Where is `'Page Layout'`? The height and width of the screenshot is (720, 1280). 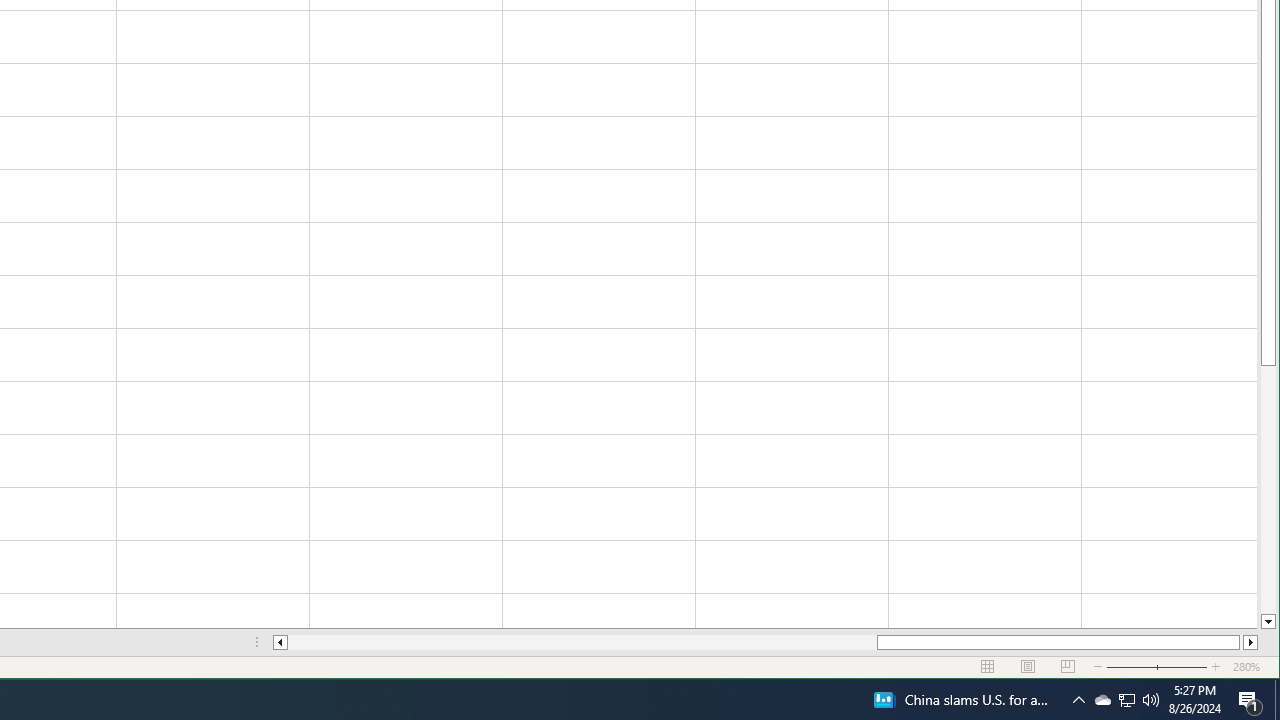 'Page Layout' is located at coordinates (988, 667).